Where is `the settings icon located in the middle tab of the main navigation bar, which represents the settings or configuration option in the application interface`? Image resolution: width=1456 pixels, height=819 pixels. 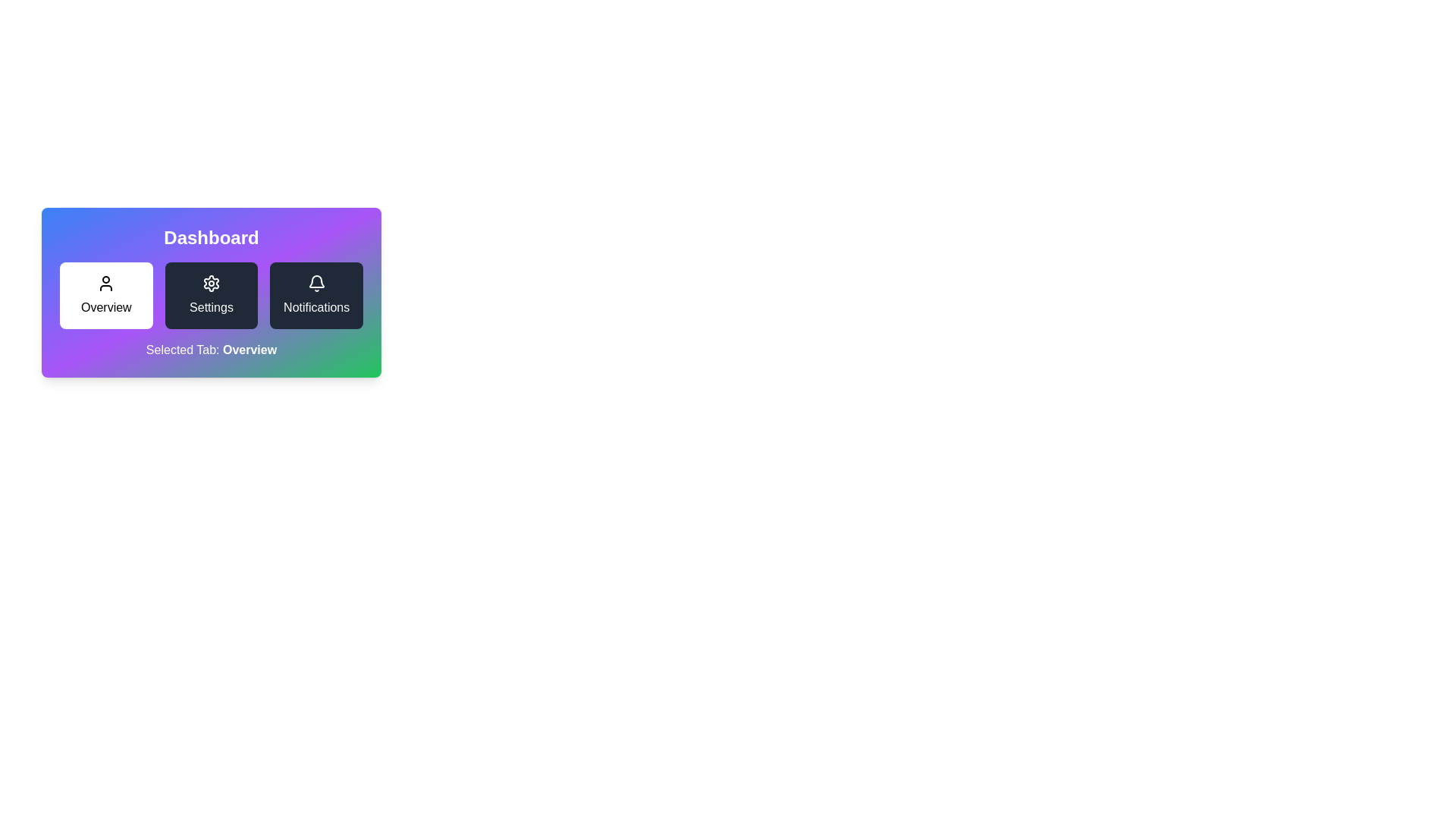 the settings icon located in the middle tab of the main navigation bar, which represents the settings or configuration option in the application interface is located at coordinates (210, 284).